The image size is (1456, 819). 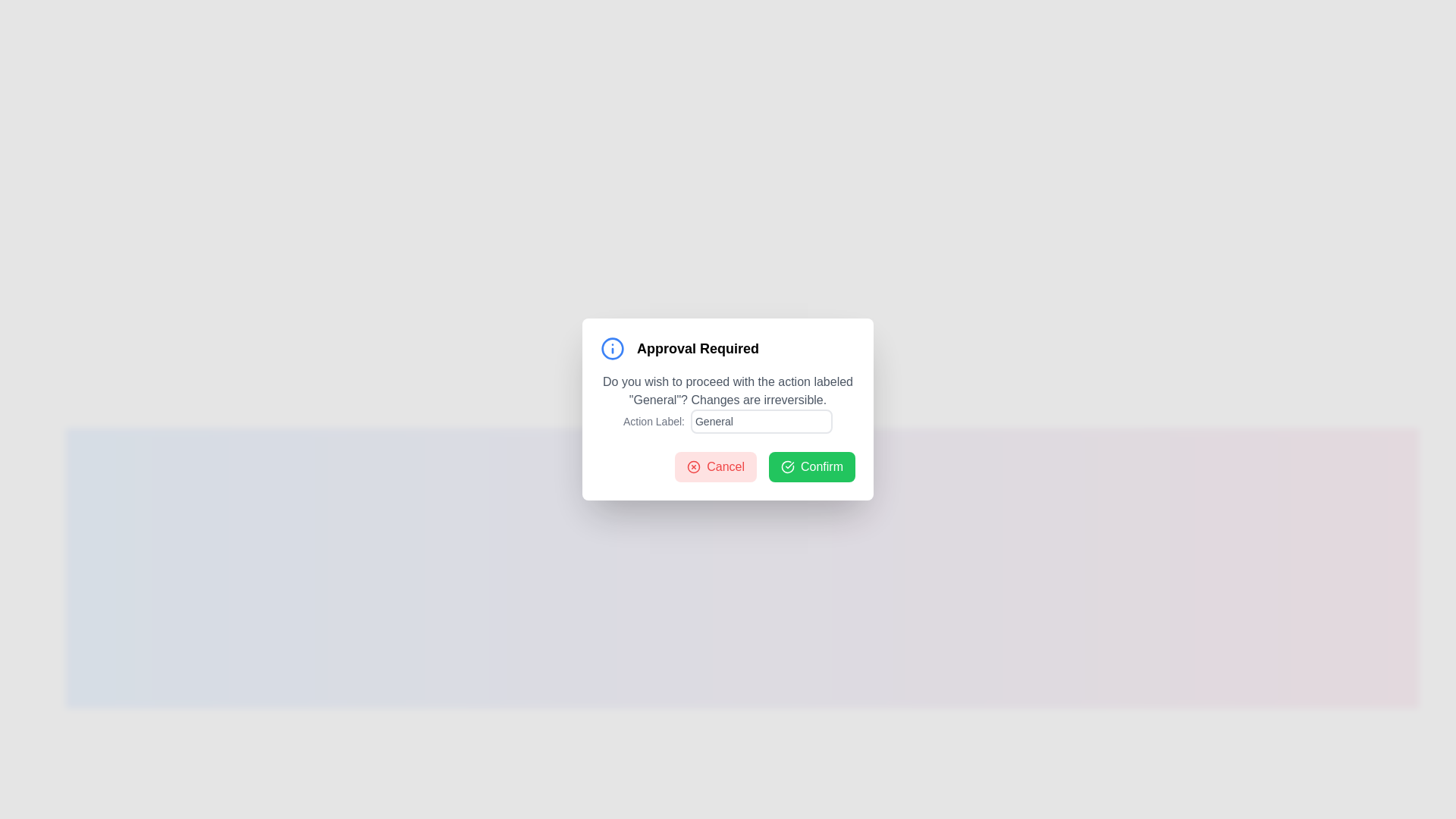 What do you see at coordinates (715, 466) in the screenshot?
I see `the 'Cancel' button with red text and a circular icon featuring a cross symbol, located in the bottom-right section of the modal dialog` at bounding box center [715, 466].